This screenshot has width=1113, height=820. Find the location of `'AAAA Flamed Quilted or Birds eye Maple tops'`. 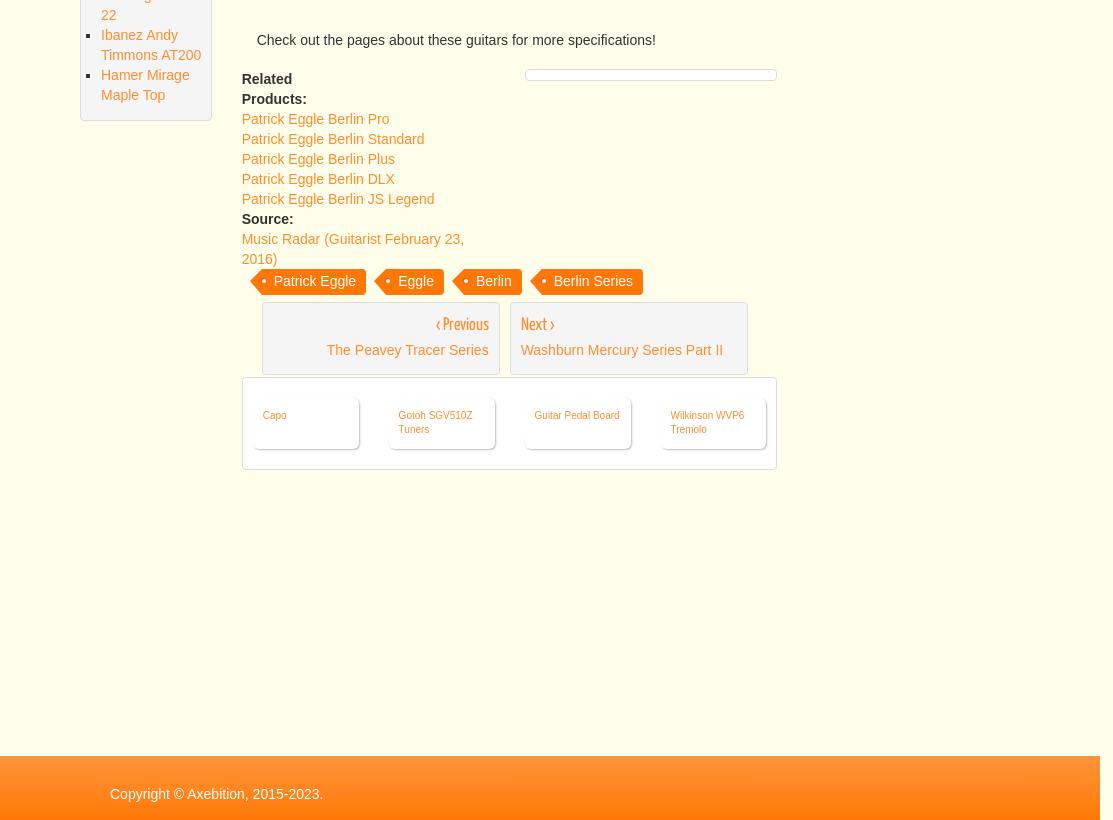

'AAAA Flamed Quilted or Birds eye Maple tops' is located at coordinates (507, 95).